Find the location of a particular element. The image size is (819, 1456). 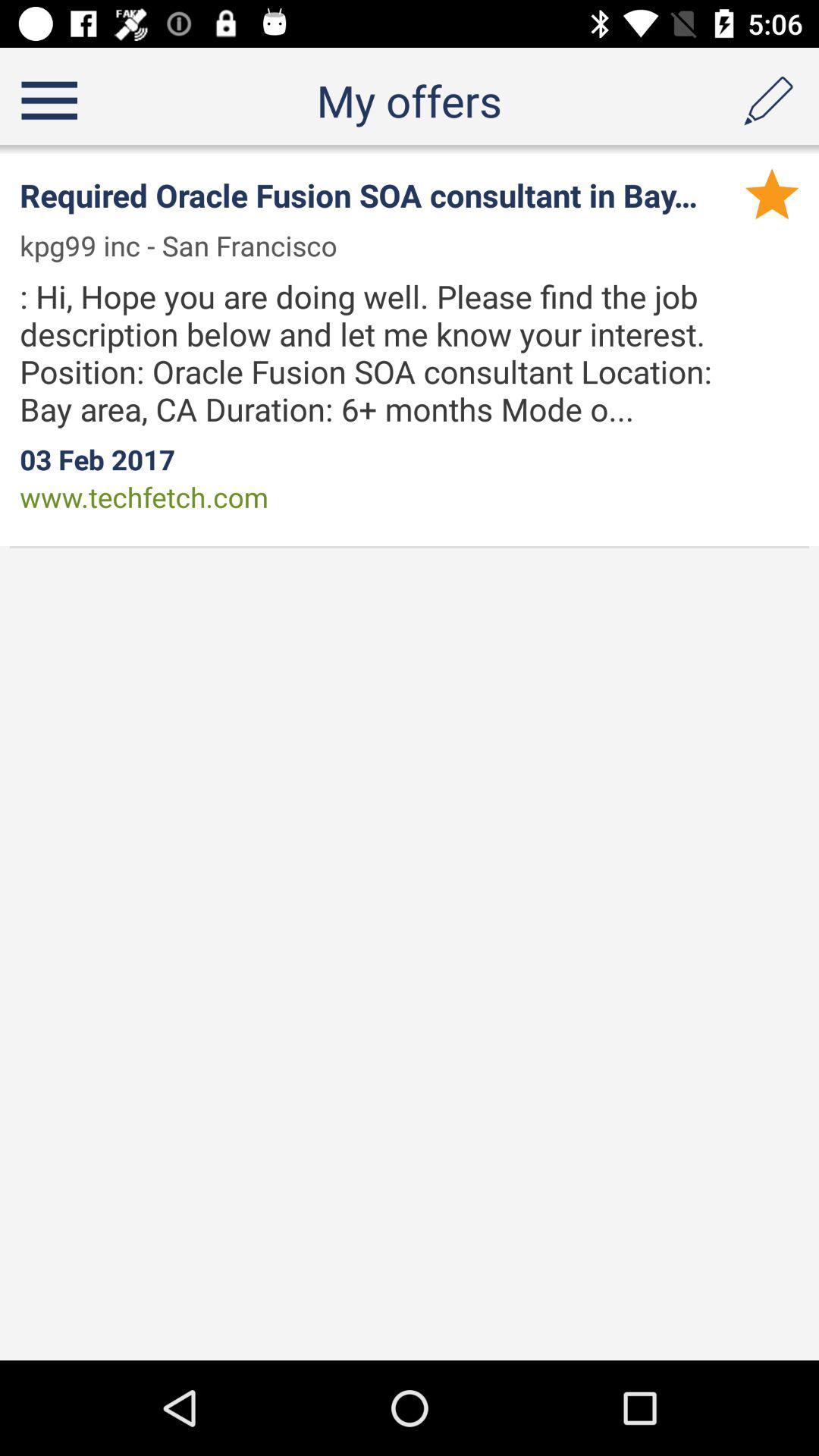

the app above hi hope you is located at coordinates (772, 193).